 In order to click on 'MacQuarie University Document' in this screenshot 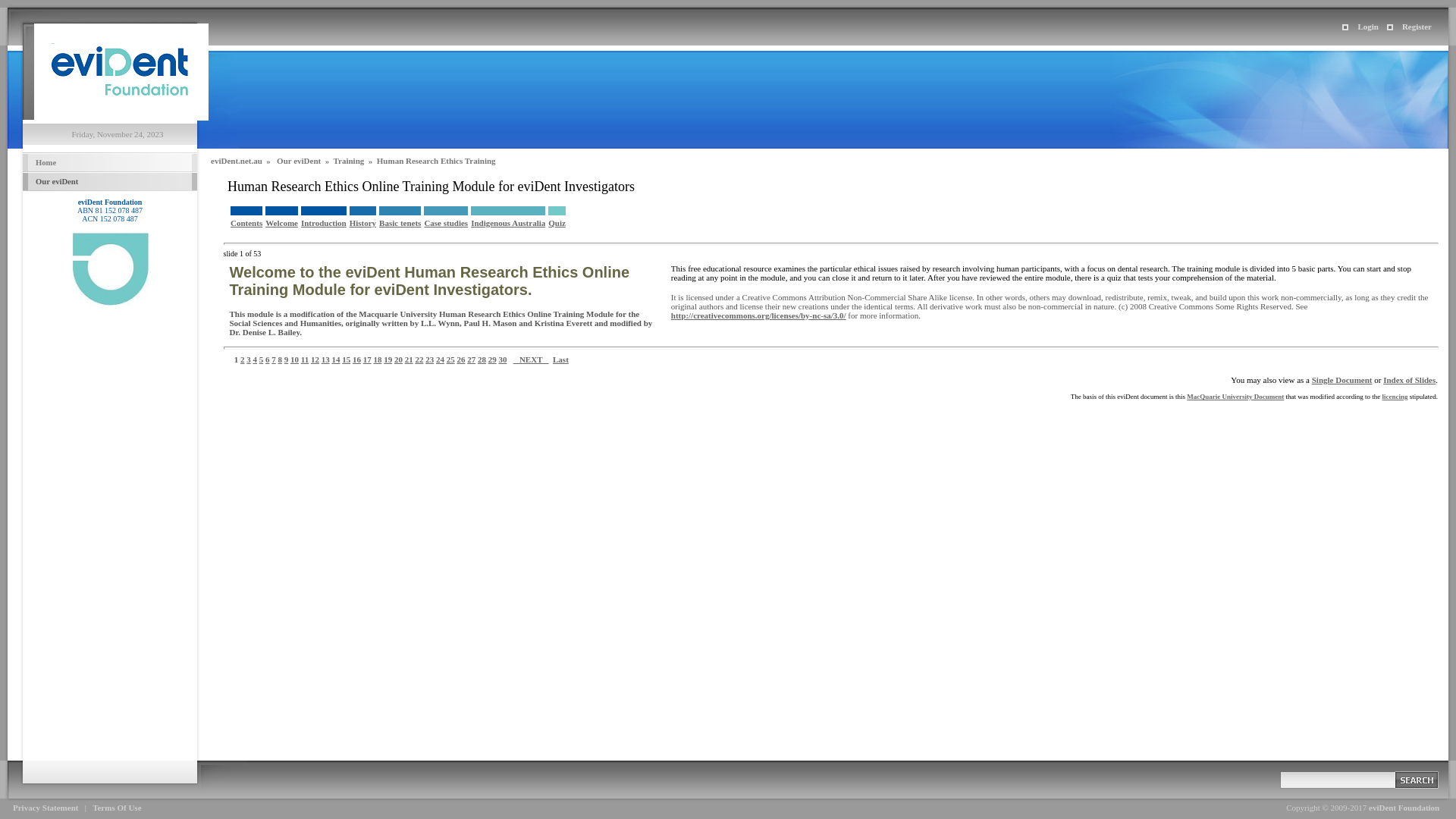, I will do `click(1235, 394)`.